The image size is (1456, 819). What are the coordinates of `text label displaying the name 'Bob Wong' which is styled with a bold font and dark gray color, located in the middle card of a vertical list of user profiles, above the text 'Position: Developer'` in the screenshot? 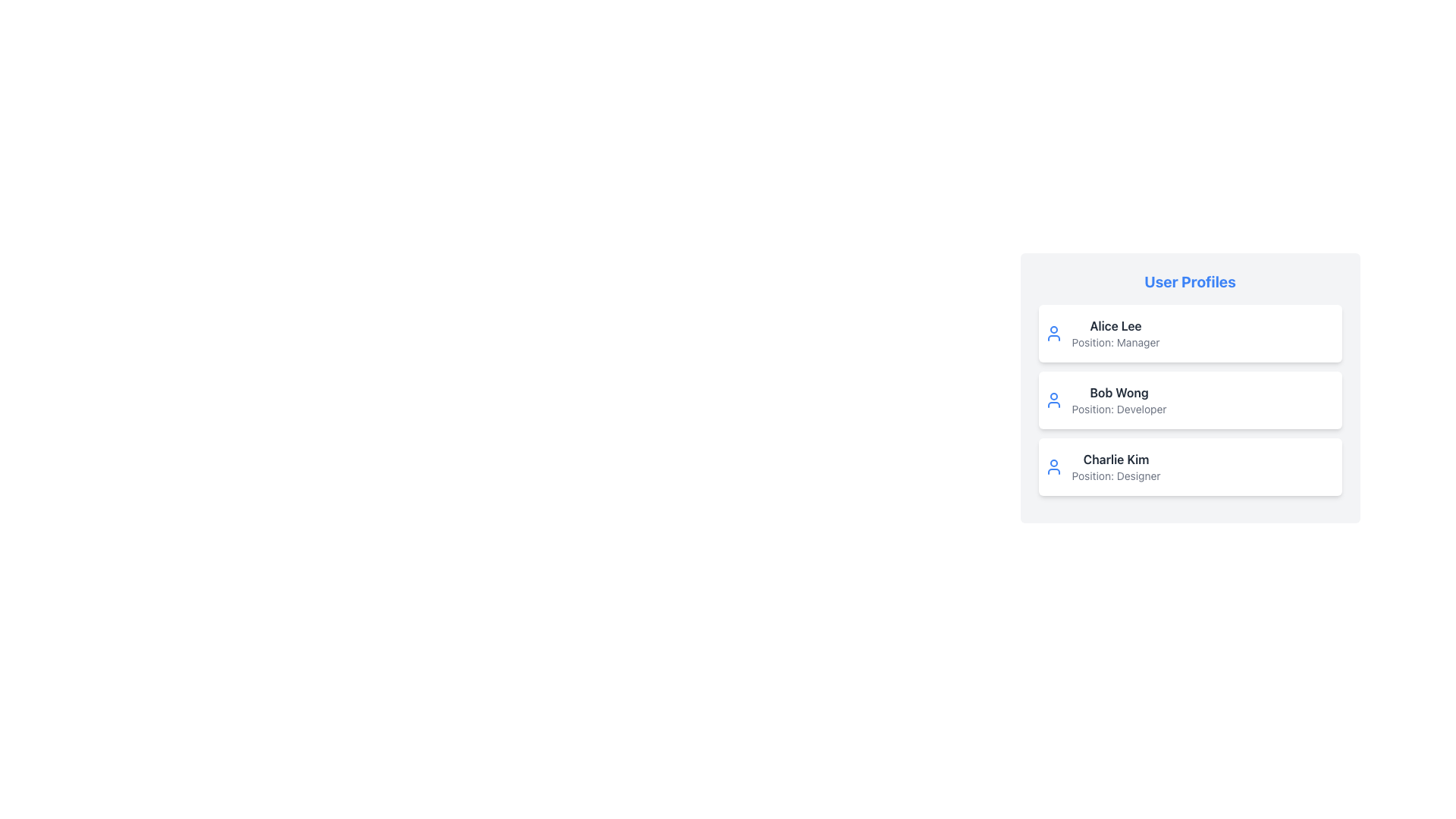 It's located at (1119, 391).